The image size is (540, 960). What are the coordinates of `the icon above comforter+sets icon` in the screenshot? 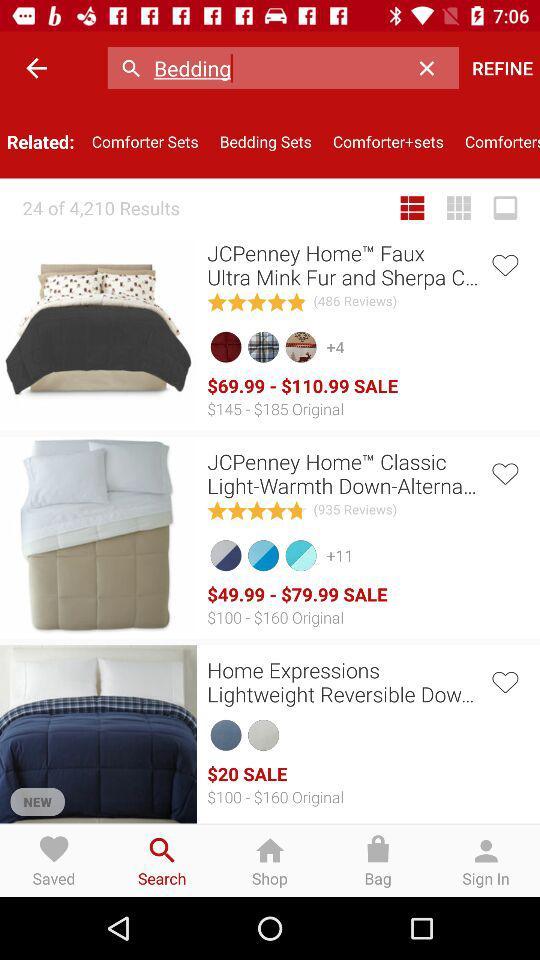 It's located at (431, 68).